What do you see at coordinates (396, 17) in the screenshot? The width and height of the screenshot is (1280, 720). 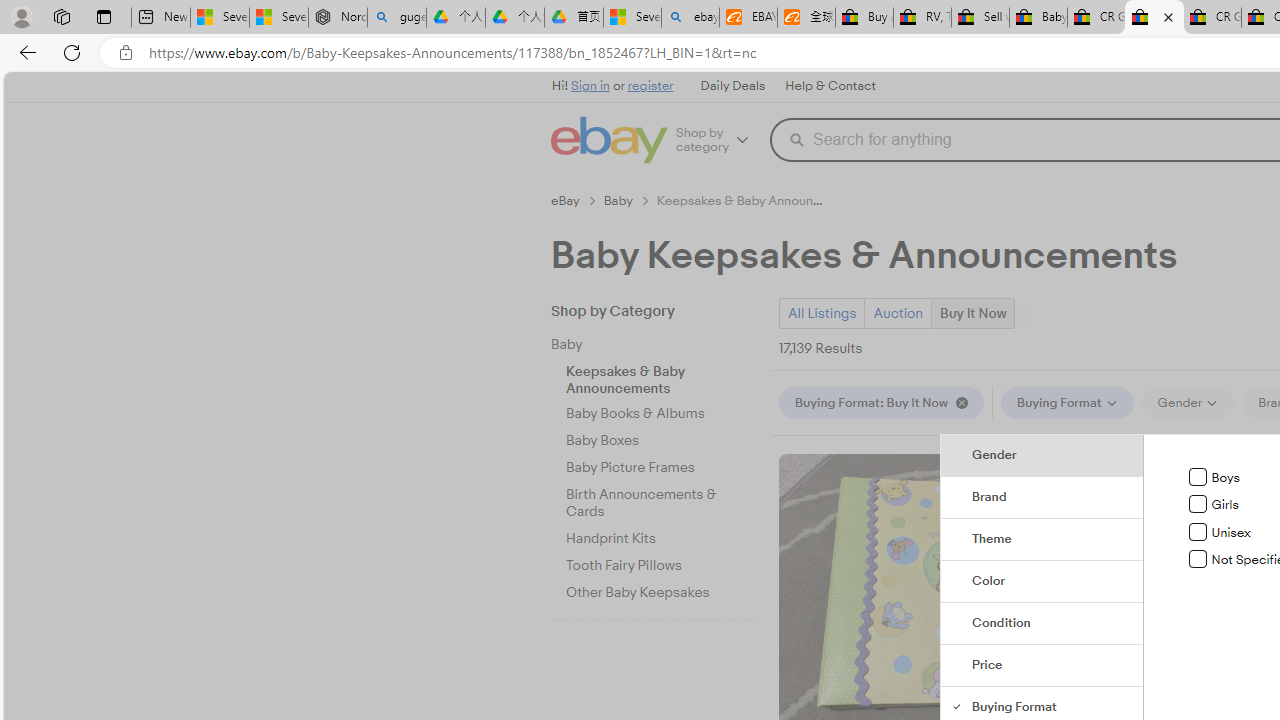 I see `'guge yunpan - Search'` at bounding box center [396, 17].